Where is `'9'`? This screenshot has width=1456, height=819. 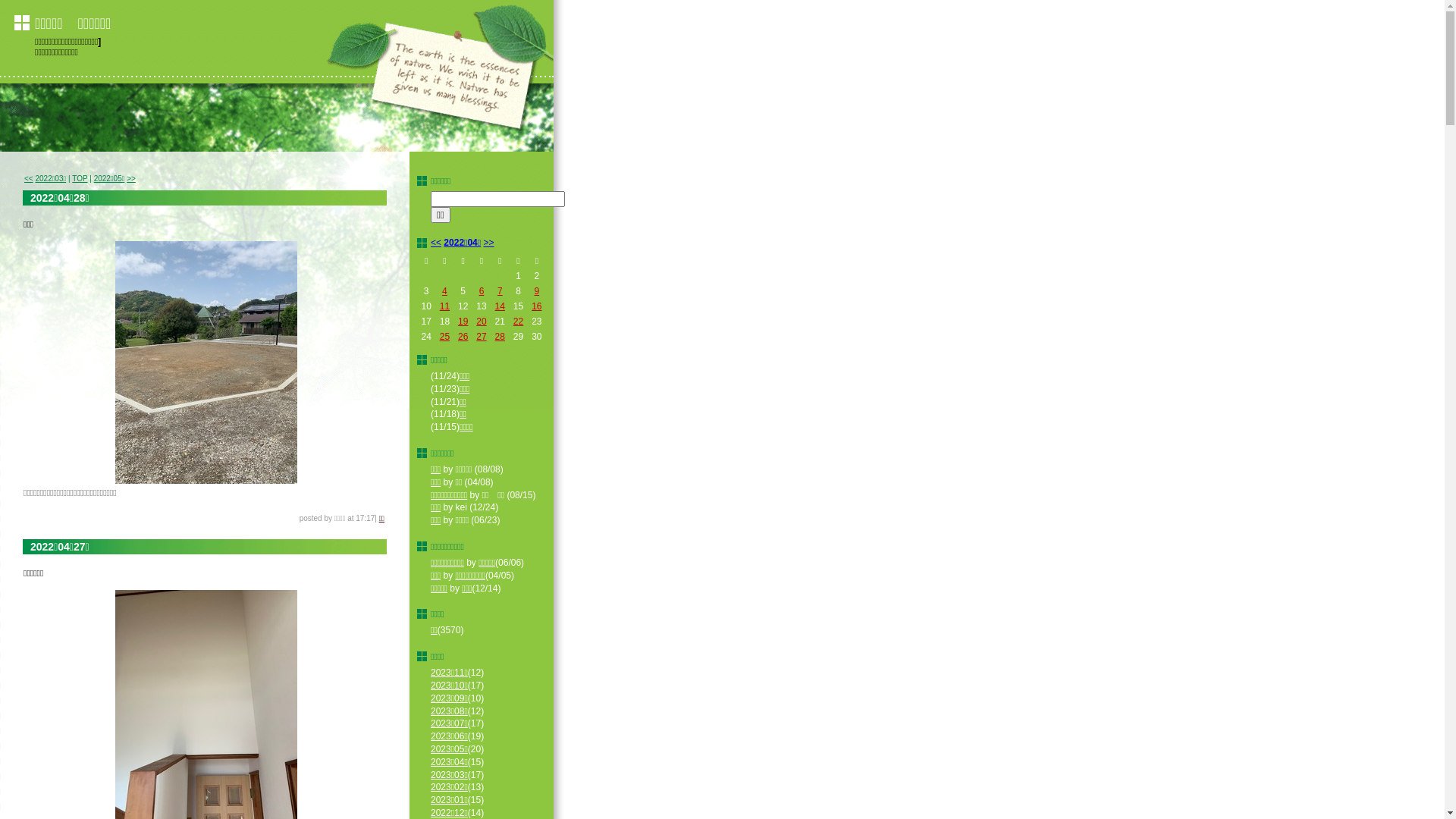
'9' is located at coordinates (536, 291).